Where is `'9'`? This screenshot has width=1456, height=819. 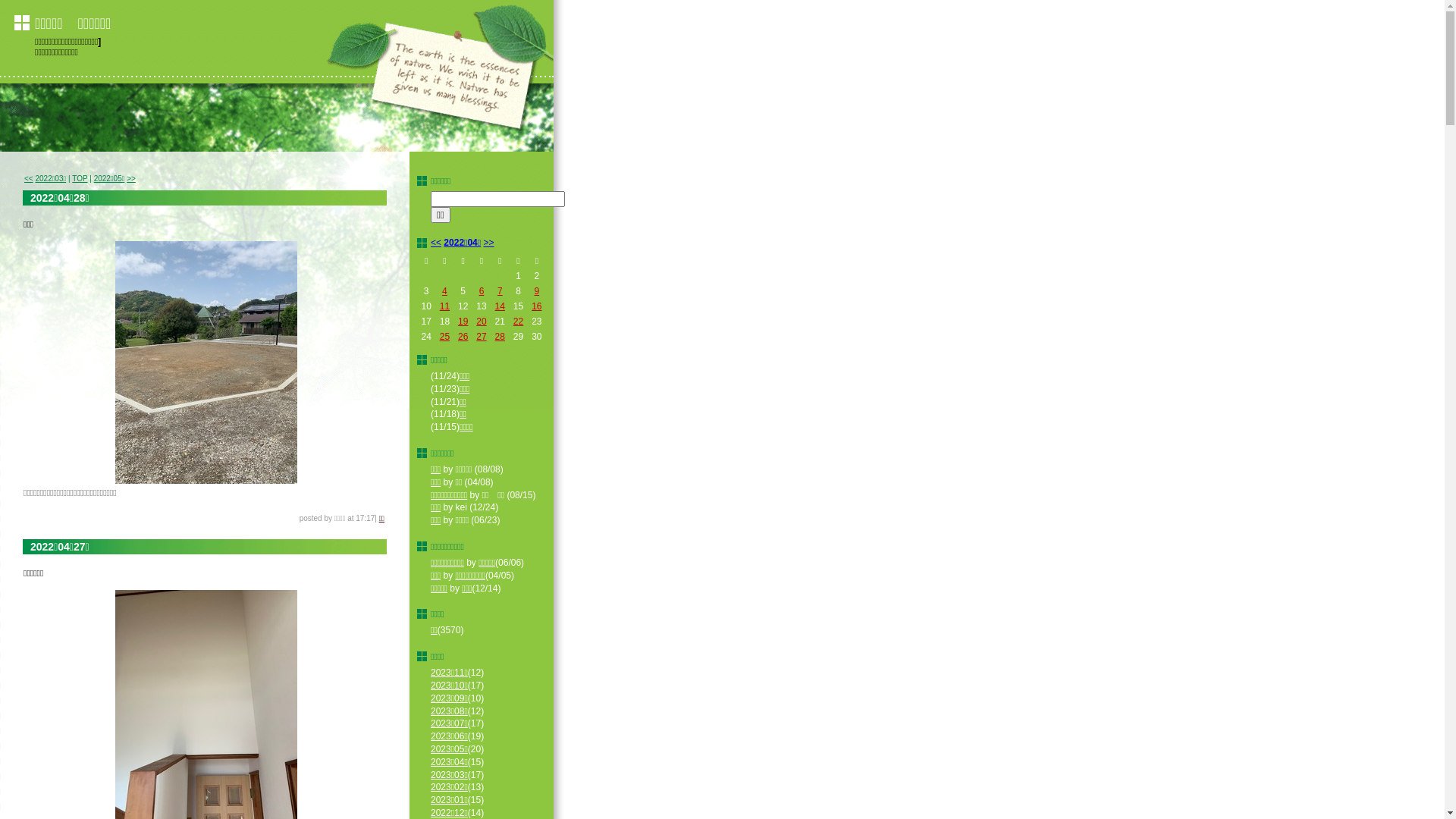
'9' is located at coordinates (536, 291).